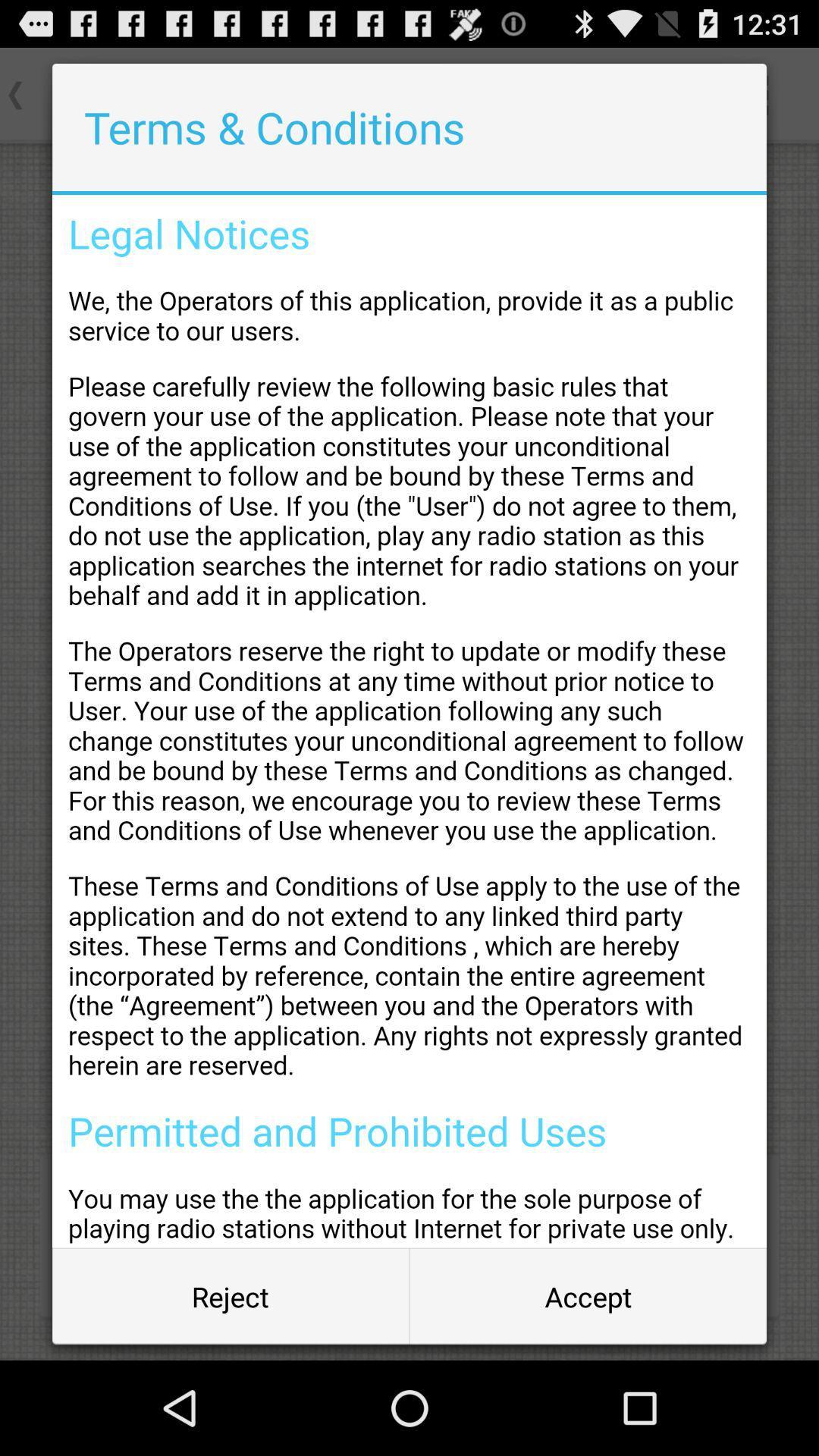  What do you see at coordinates (409, 720) in the screenshot?
I see `terms conditions` at bounding box center [409, 720].